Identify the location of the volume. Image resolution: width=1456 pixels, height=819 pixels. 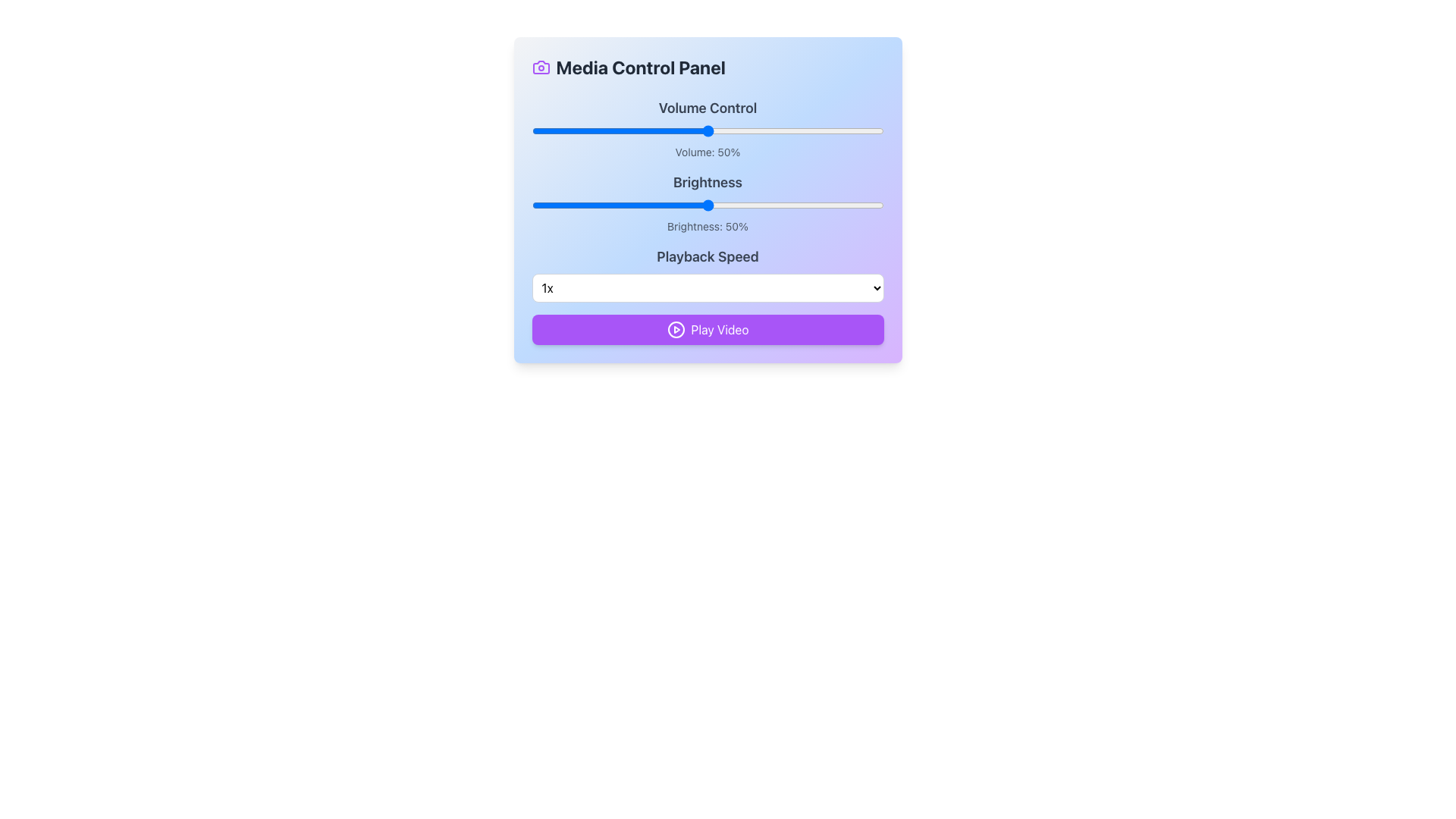
(703, 130).